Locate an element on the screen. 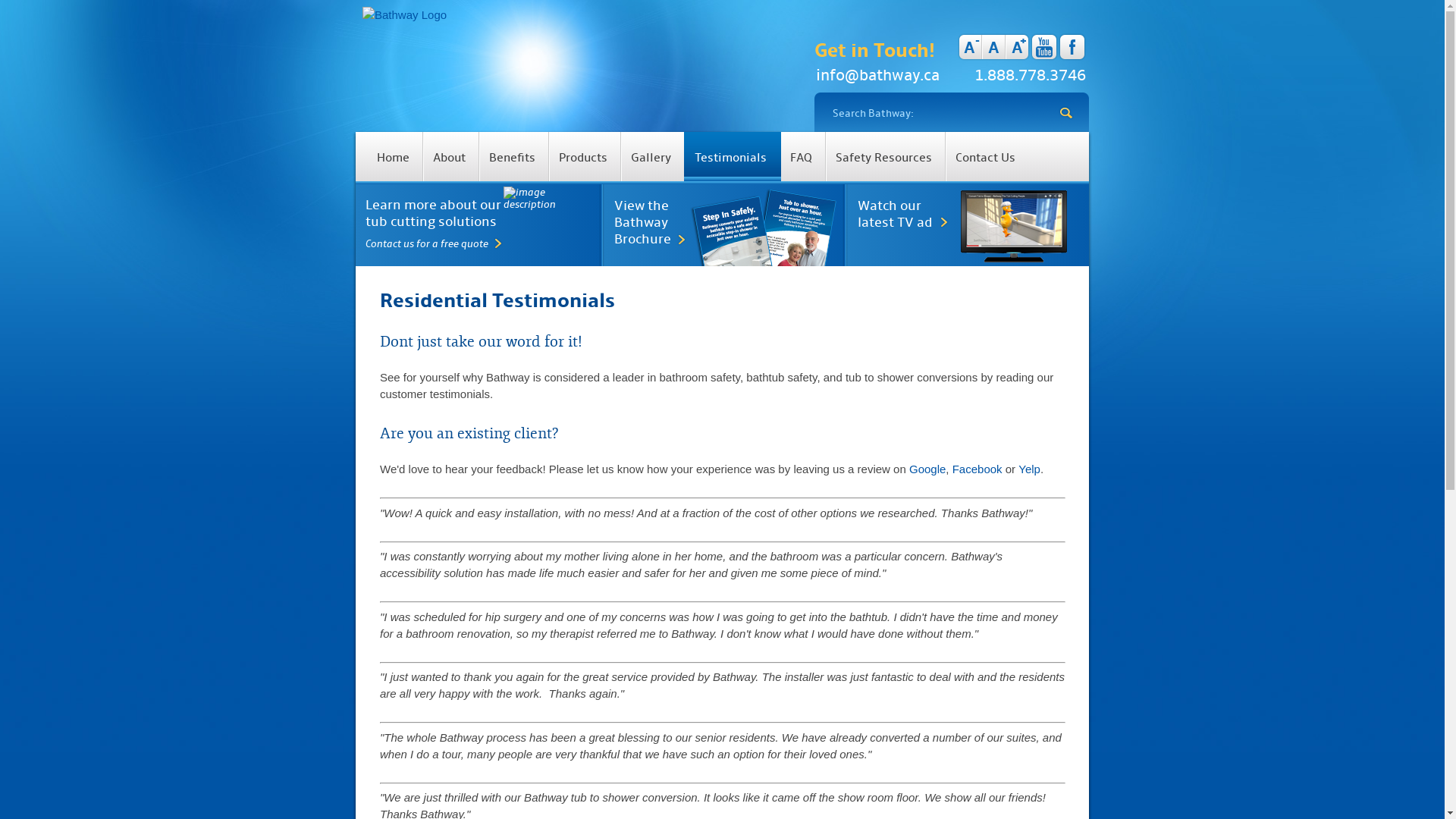 Image resolution: width=1456 pixels, height=819 pixels. 'Bathway The tub cutting people' is located at coordinates (404, 14).